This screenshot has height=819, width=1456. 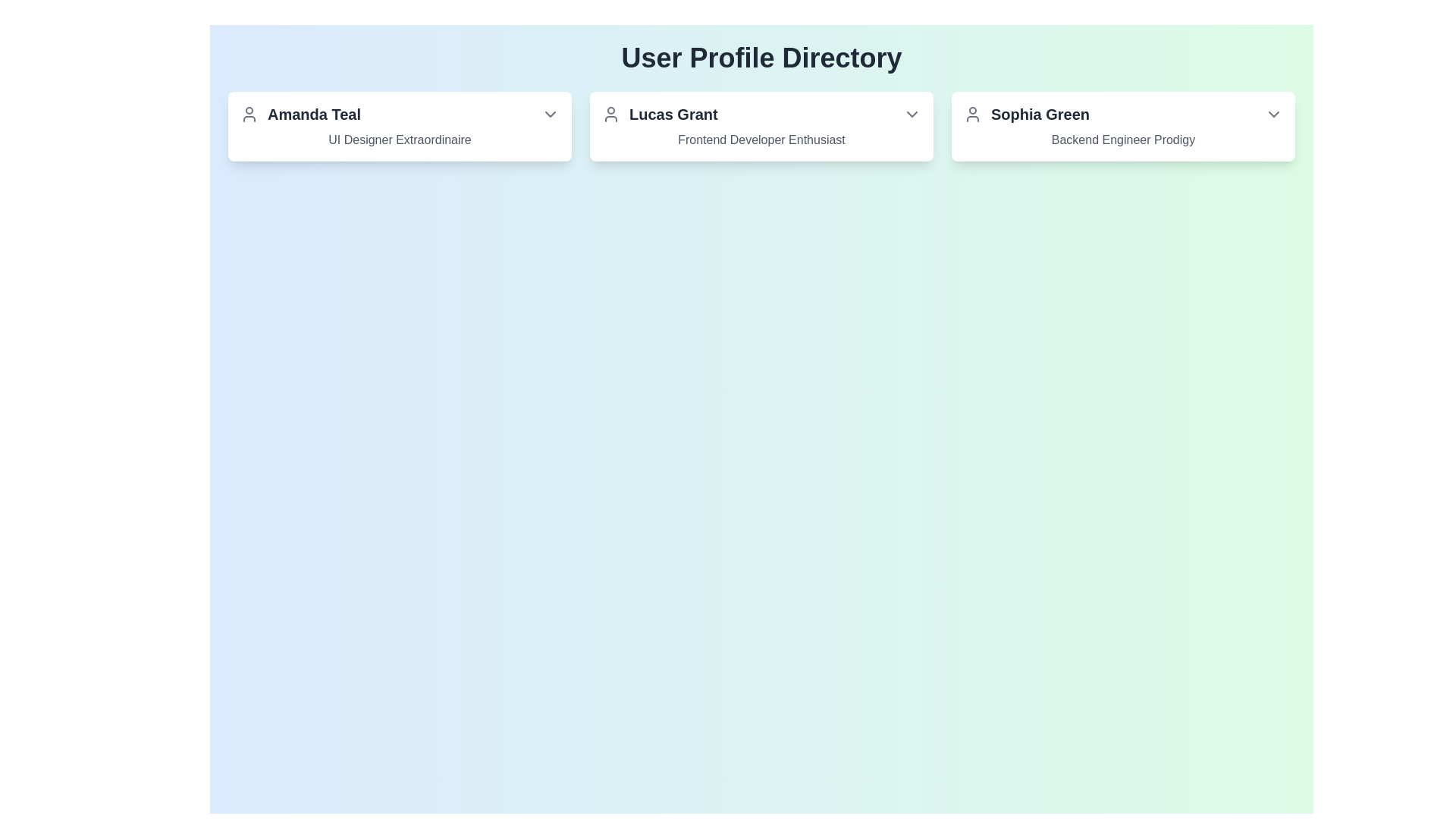 What do you see at coordinates (761, 58) in the screenshot?
I see `the bold, large-sized text area displaying 'User Profile Directory' that is centrally aligned at the top-center of the page` at bounding box center [761, 58].